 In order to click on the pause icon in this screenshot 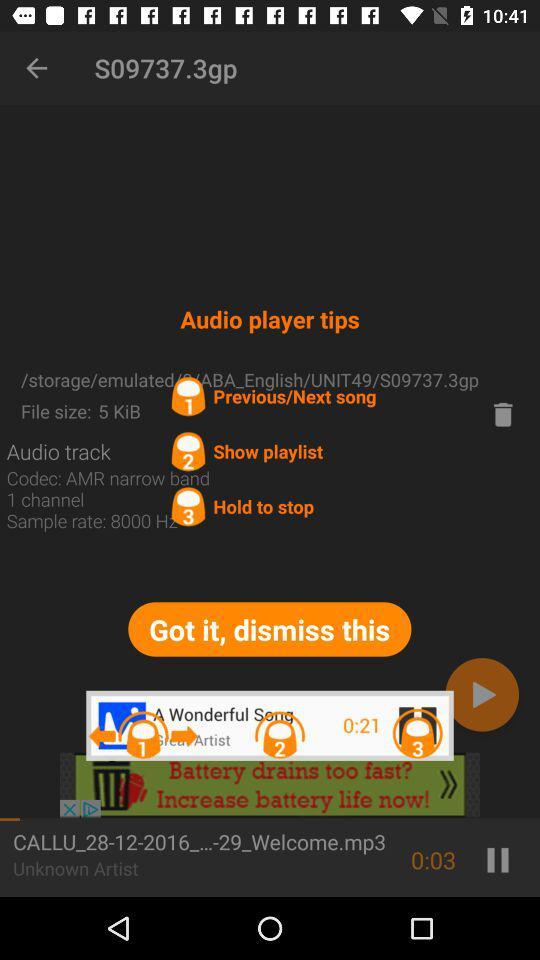, I will do `click(496, 859)`.